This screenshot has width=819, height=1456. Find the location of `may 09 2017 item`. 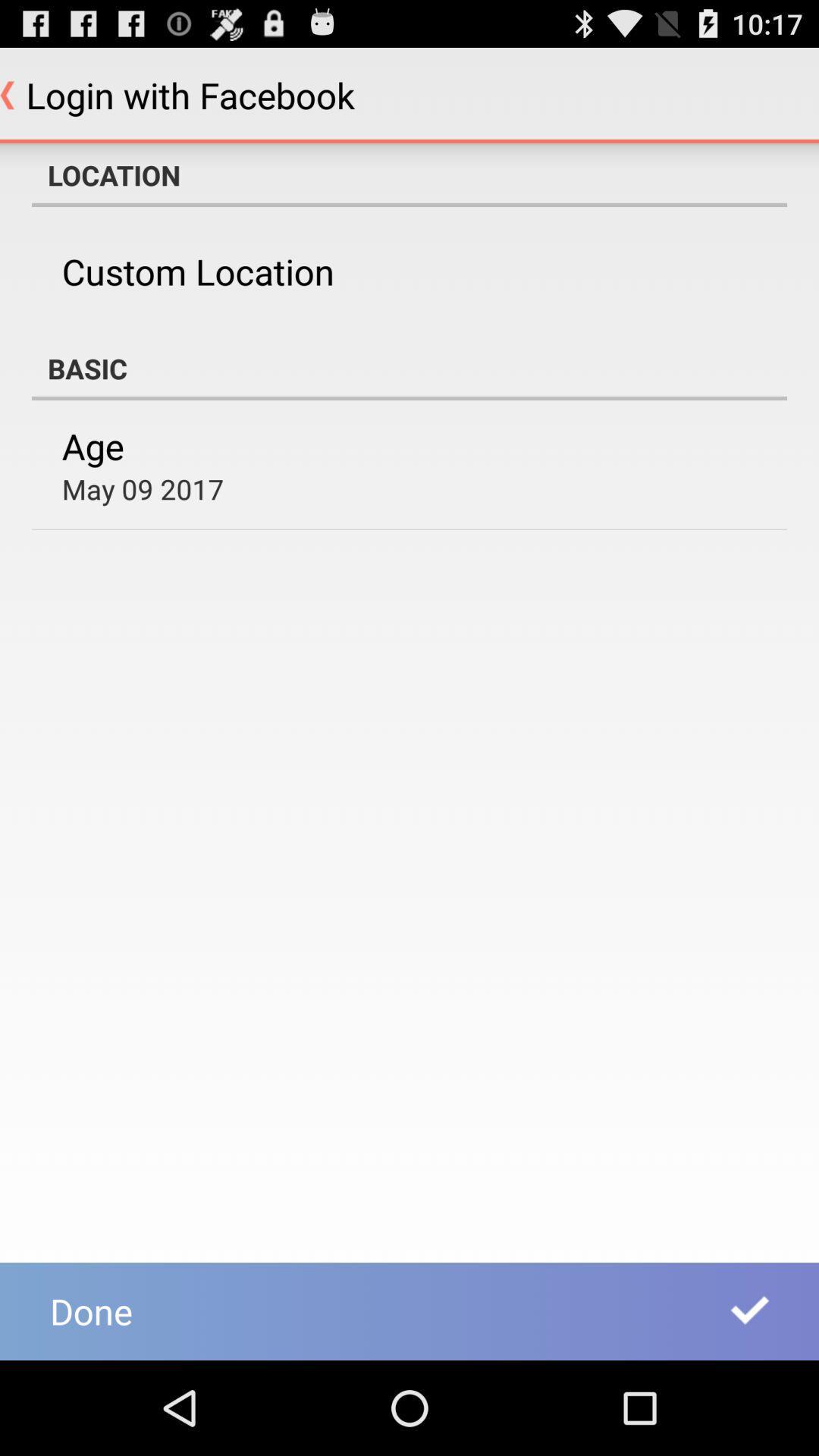

may 09 2017 item is located at coordinates (143, 488).